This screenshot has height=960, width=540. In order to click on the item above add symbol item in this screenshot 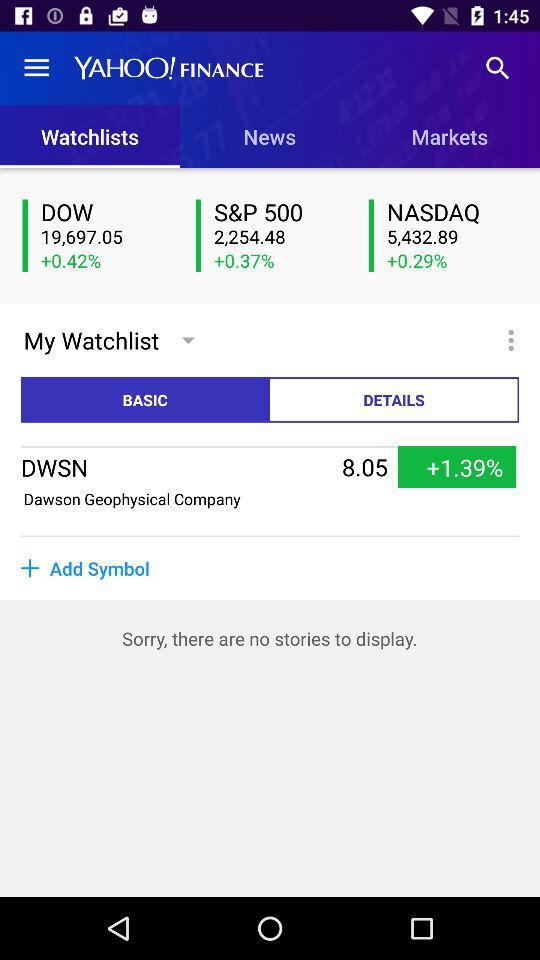, I will do `click(270, 535)`.